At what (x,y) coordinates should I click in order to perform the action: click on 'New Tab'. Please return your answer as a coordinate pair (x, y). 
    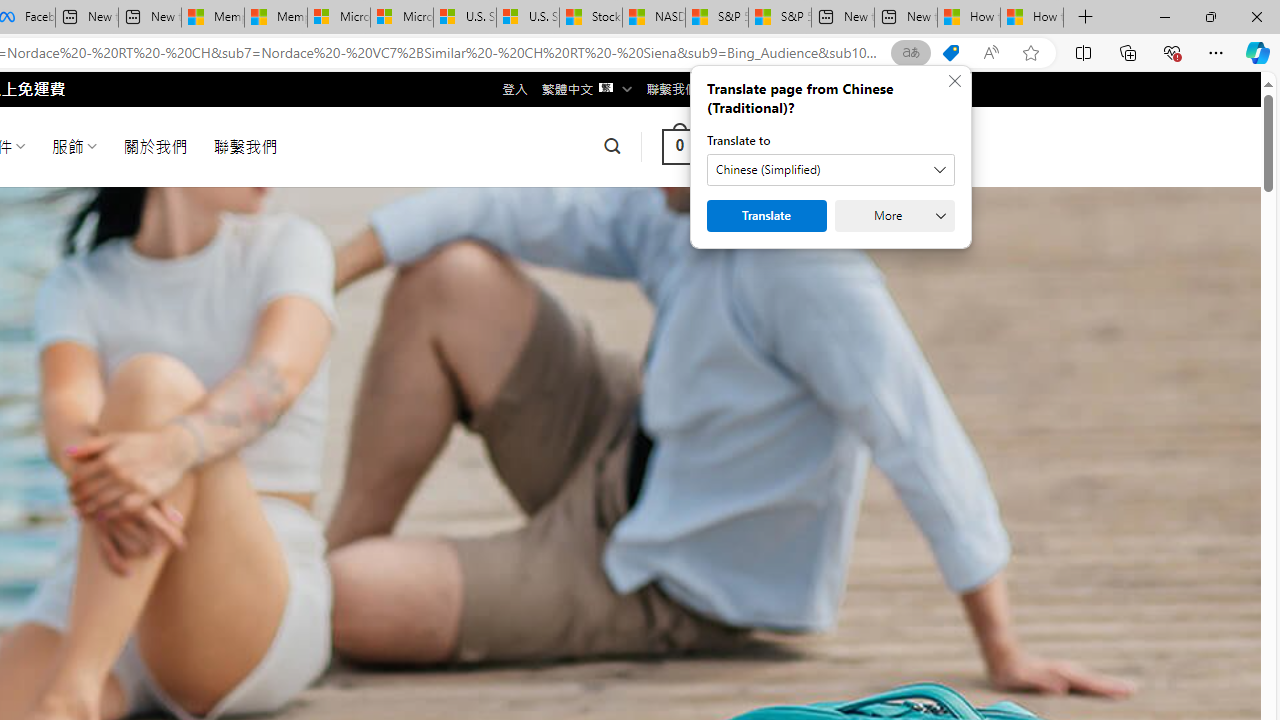
    Looking at the image, I should click on (1085, 17).